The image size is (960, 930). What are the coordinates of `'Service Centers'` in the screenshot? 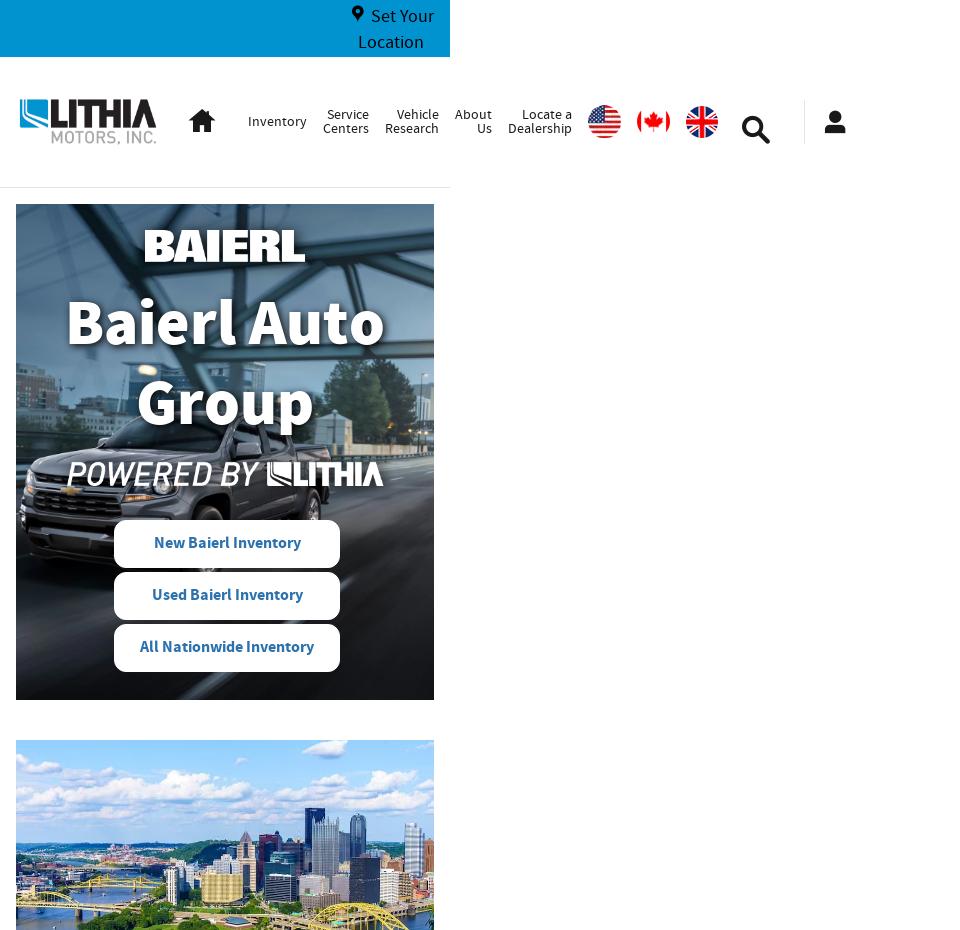 It's located at (345, 120).